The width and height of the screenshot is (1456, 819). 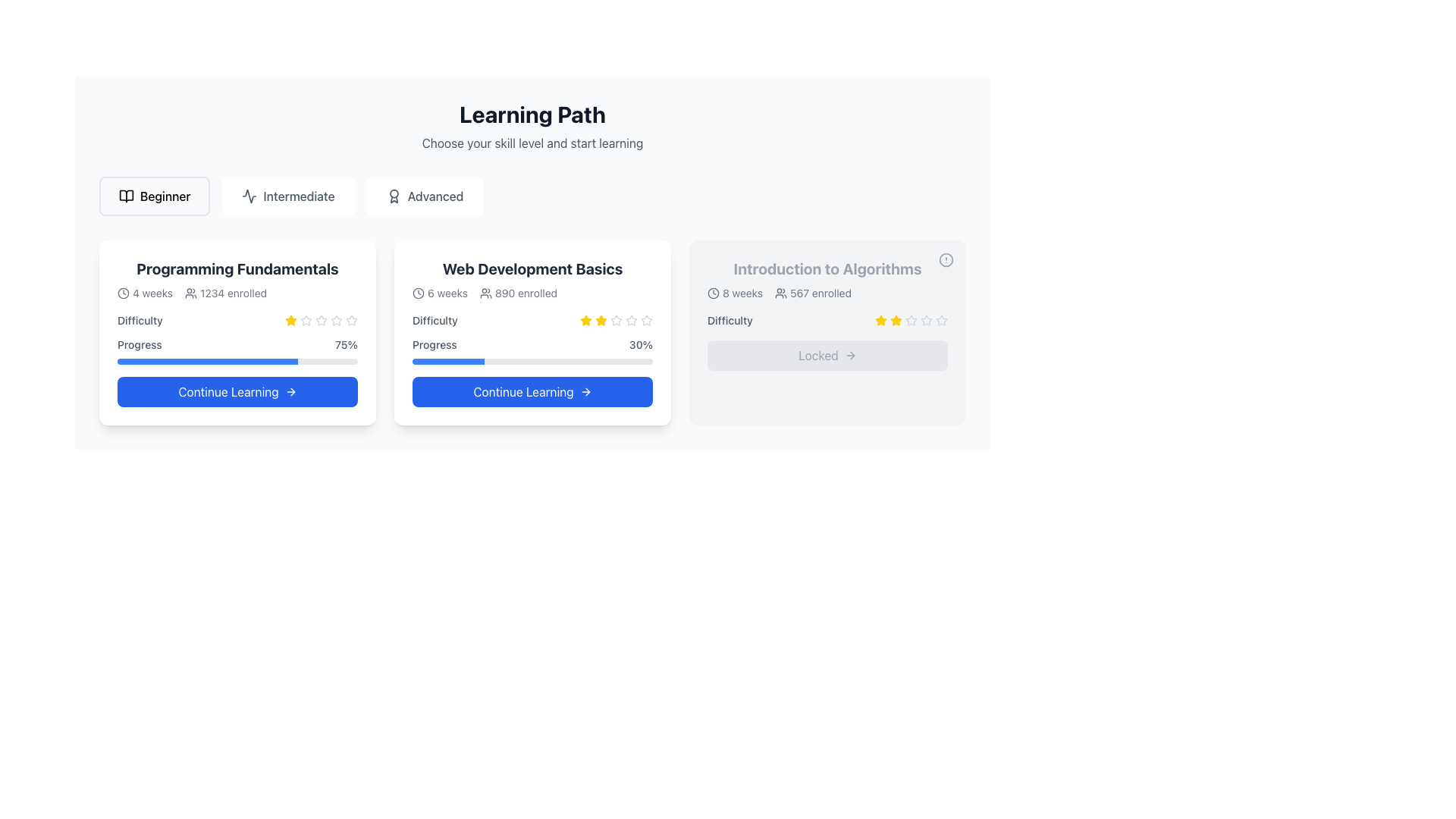 I want to click on the navigation icon located on the right edge of the 'Continue Learning' button in the 'Web Development Basics' section to advance to the next page or step, so click(x=585, y=391).